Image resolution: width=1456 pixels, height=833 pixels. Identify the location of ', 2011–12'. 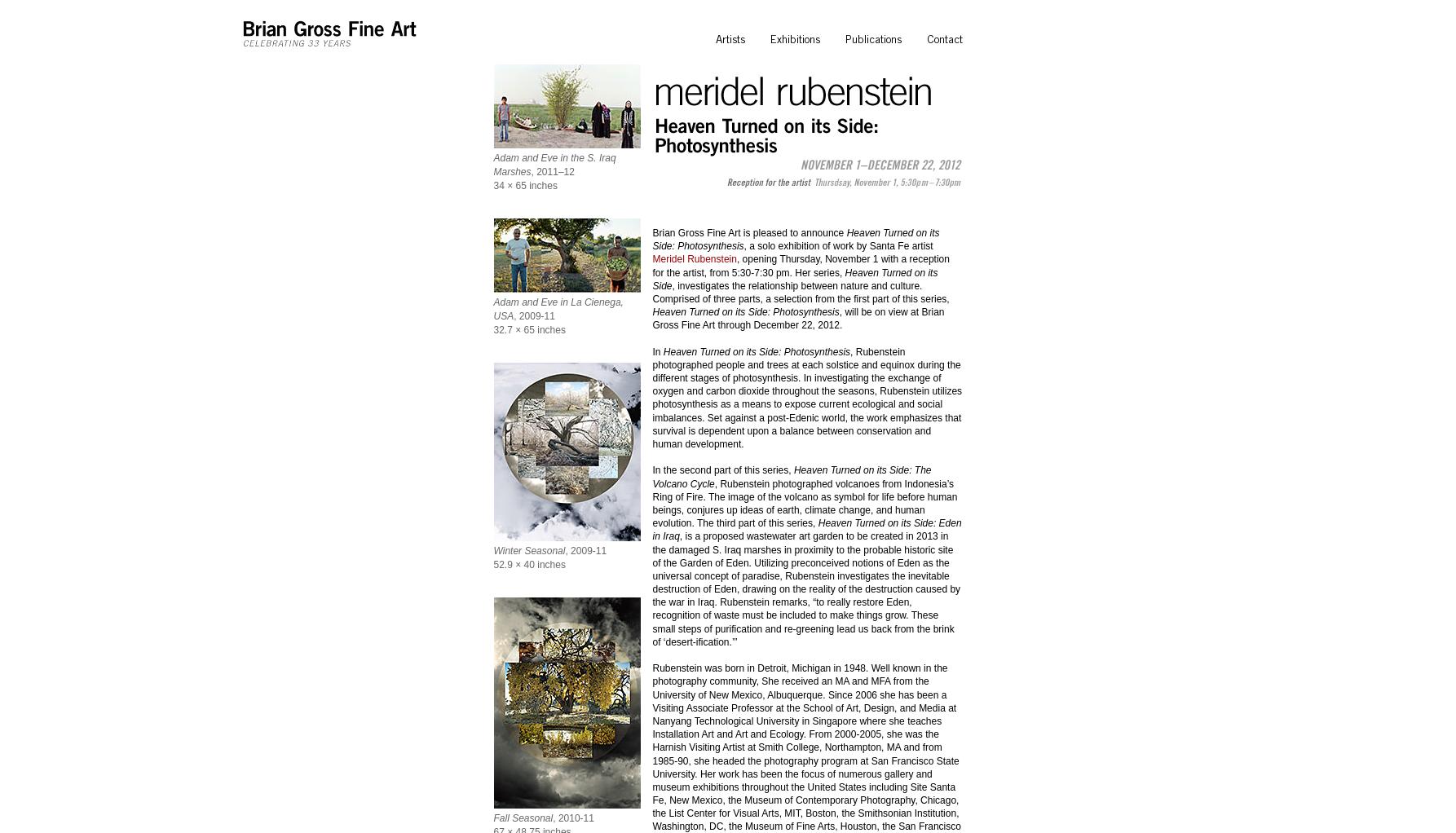
(530, 172).